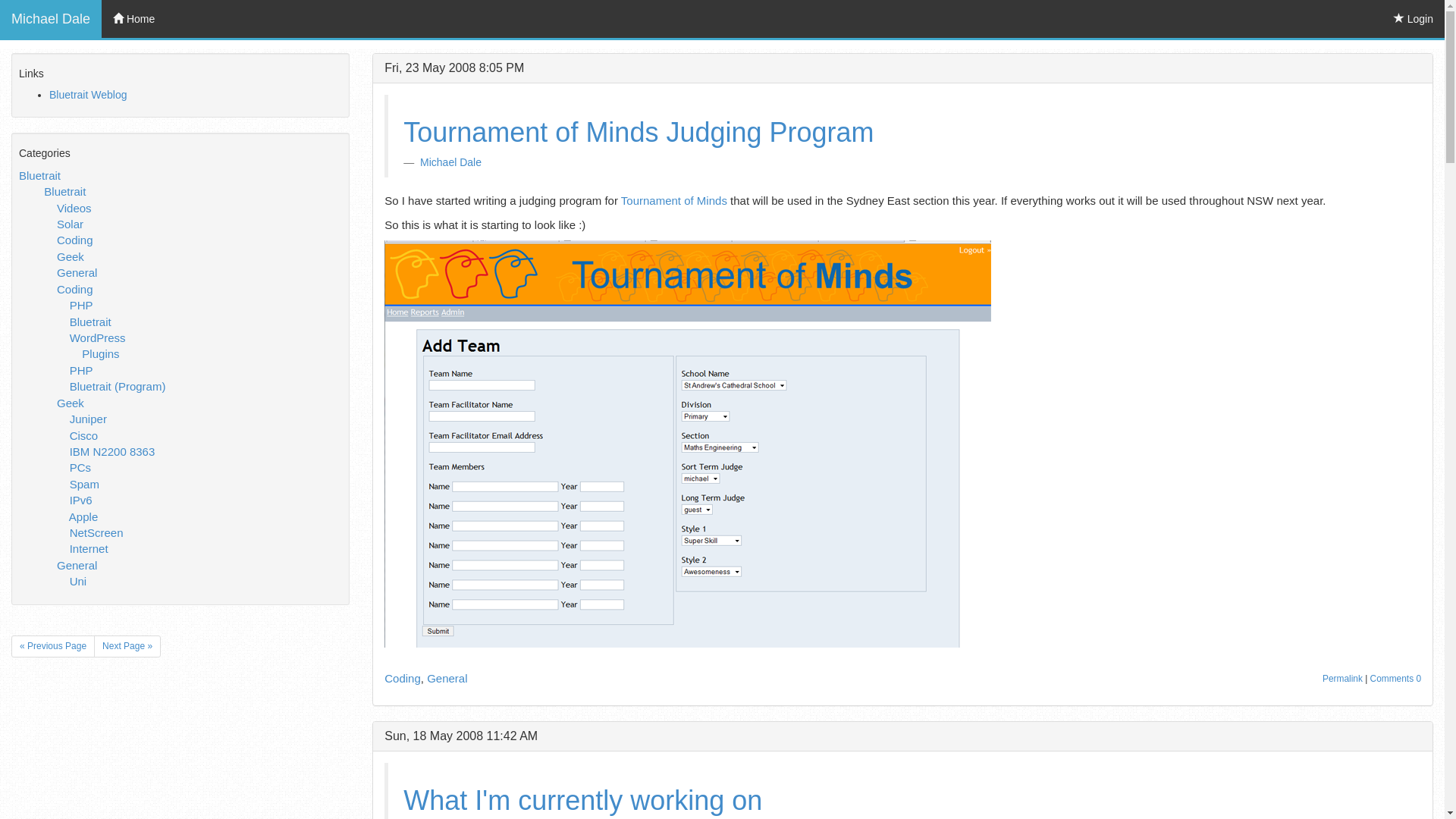 This screenshot has height=819, width=1456. I want to click on 'Bluetrait Weblog', so click(49, 94).